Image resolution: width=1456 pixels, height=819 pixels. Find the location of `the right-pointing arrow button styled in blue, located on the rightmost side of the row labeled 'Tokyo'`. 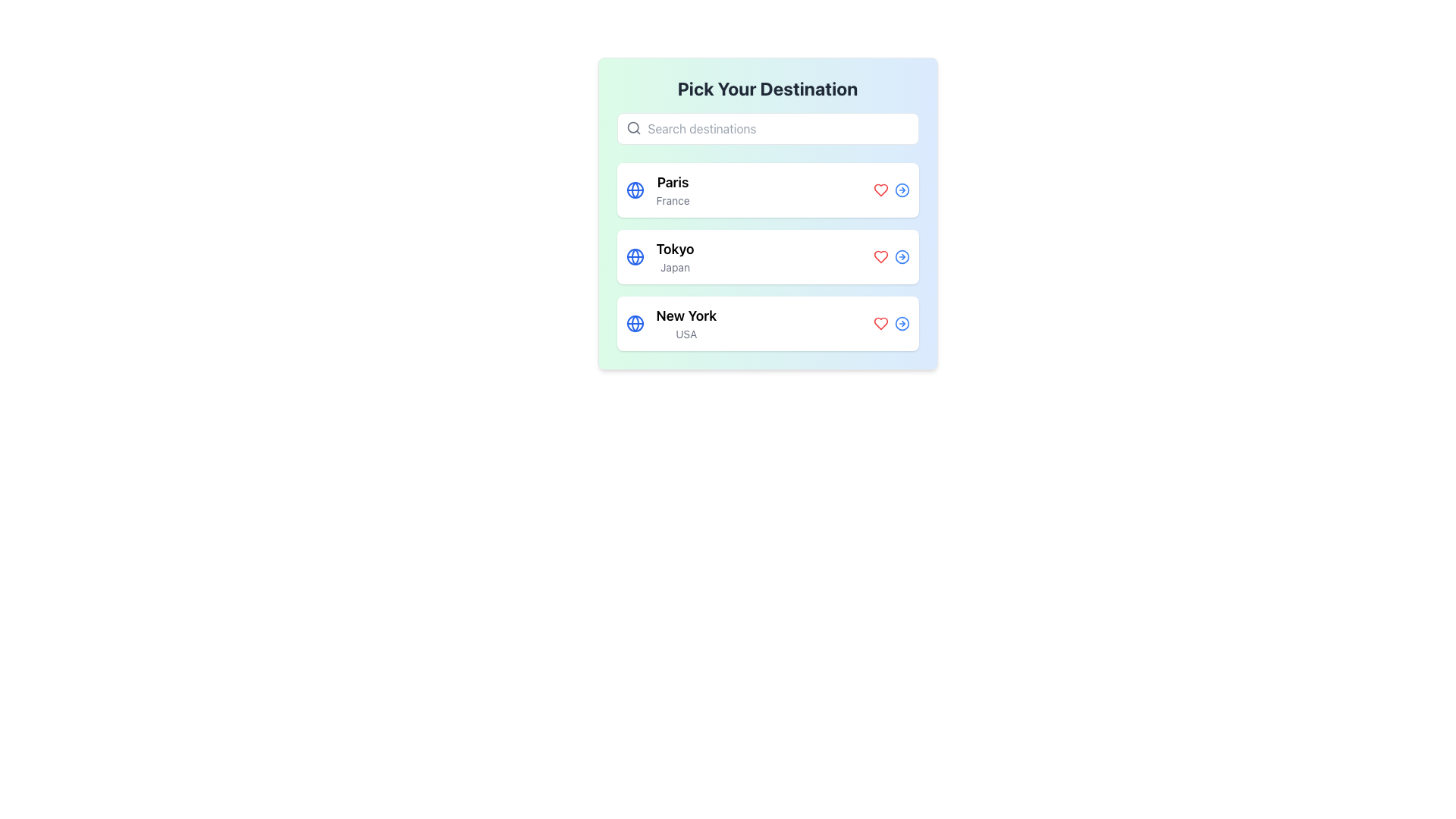

the right-pointing arrow button styled in blue, located on the rightmost side of the row labeled 'Tokyo' is located at coordinates (902, 256).